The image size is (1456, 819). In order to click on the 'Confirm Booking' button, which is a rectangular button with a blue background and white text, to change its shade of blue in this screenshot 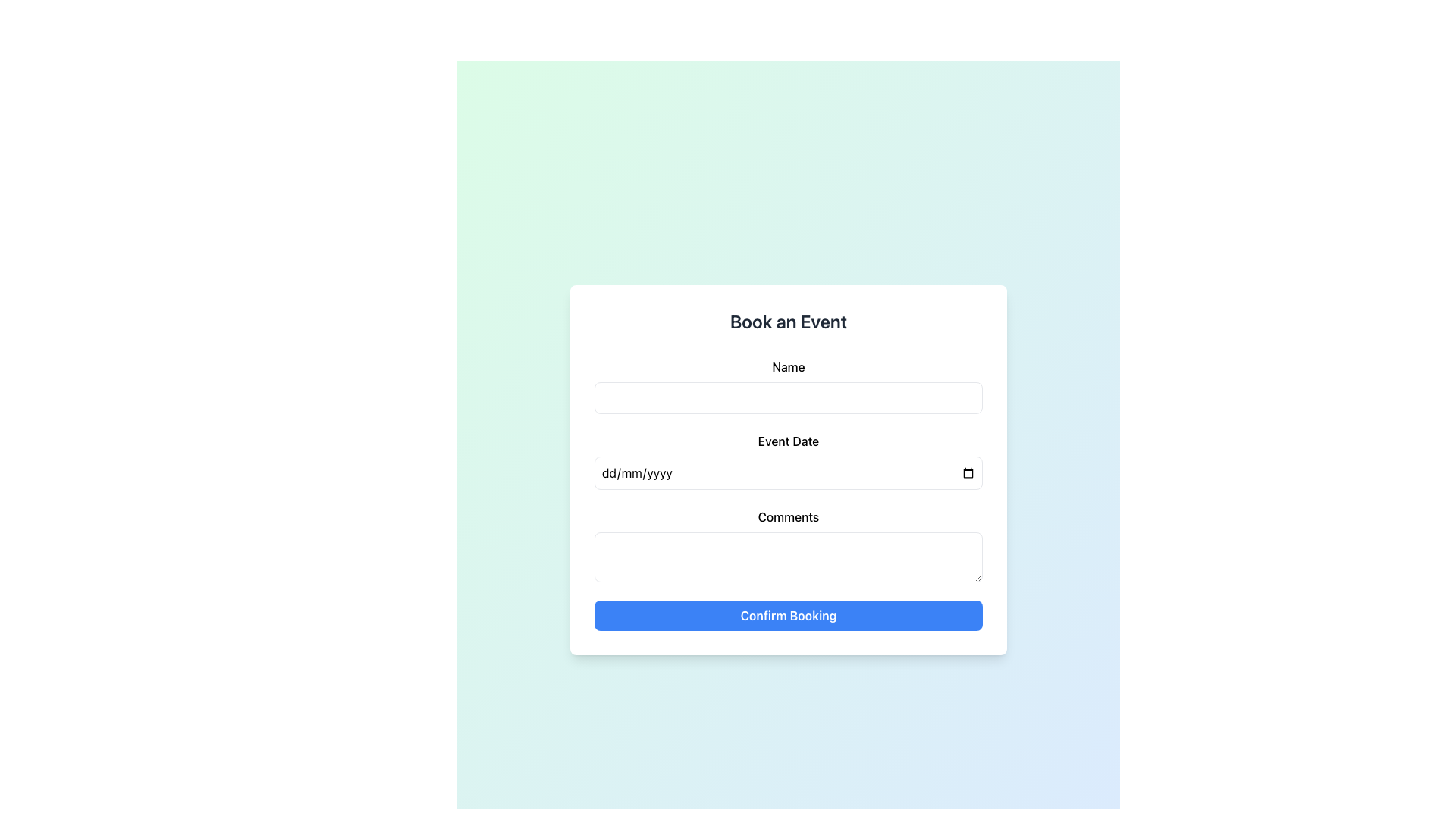, I will do `click(789, 616)`.